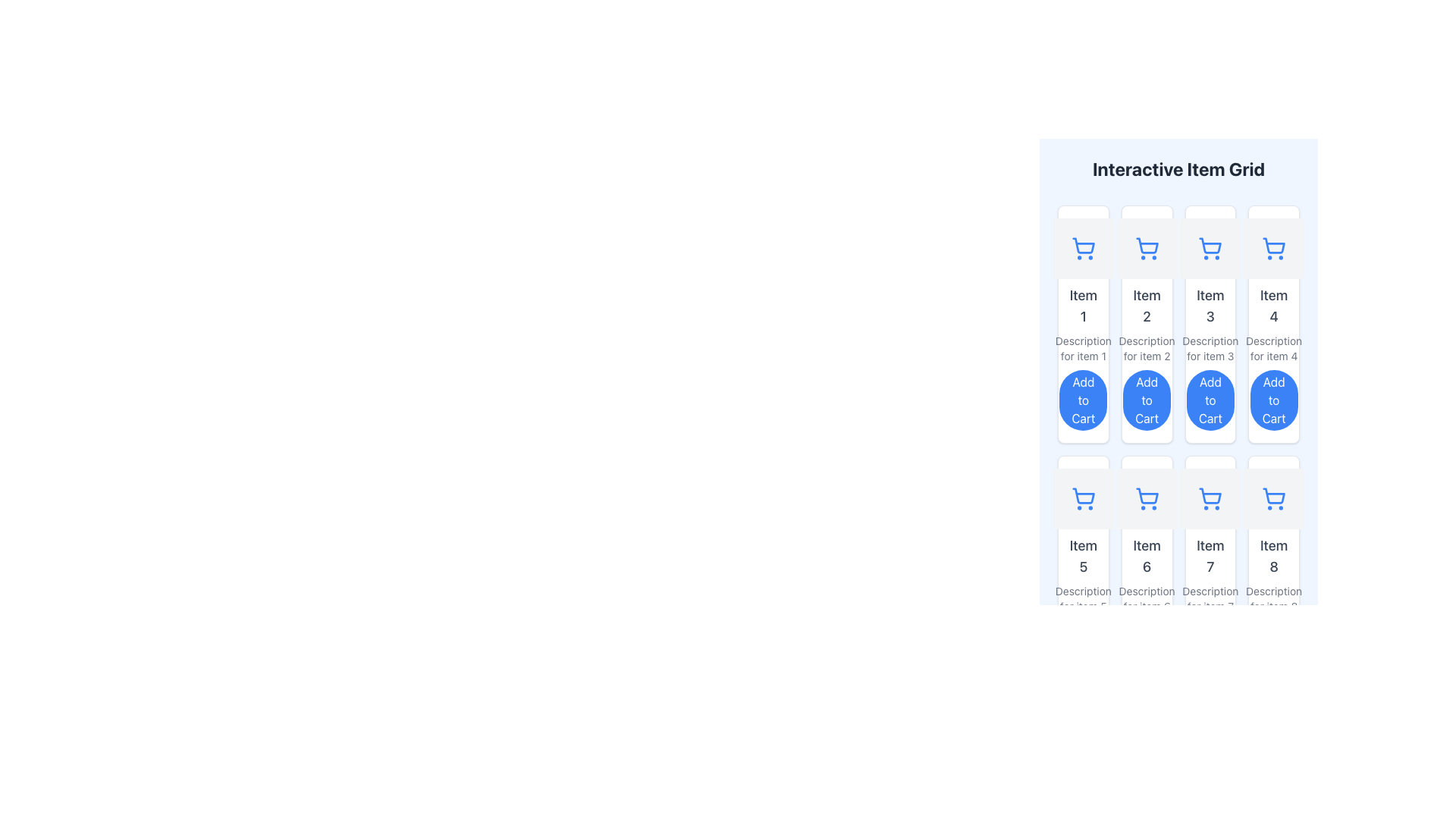 Image resolution: width=1456 pixels, height=819 pixels. Describe the element at coordinates (1210, 400) in the screenshot. I see `the button that adds 'Item 3' to the shopping cart, located beneath the description 'Description for item 3' in the third item of the grid layout` at that location.